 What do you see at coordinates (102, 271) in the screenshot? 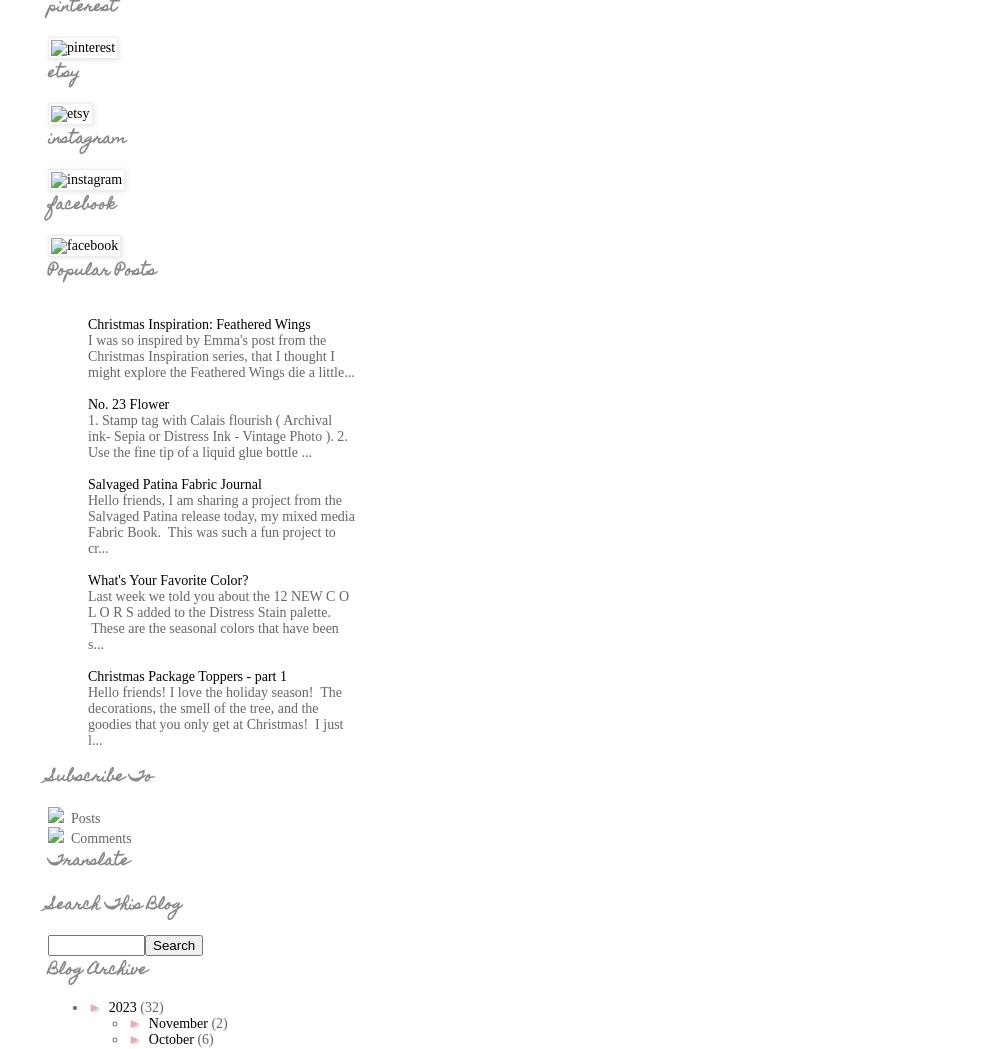
I see `'Popular Posts'` at bounding box center [102, 271].